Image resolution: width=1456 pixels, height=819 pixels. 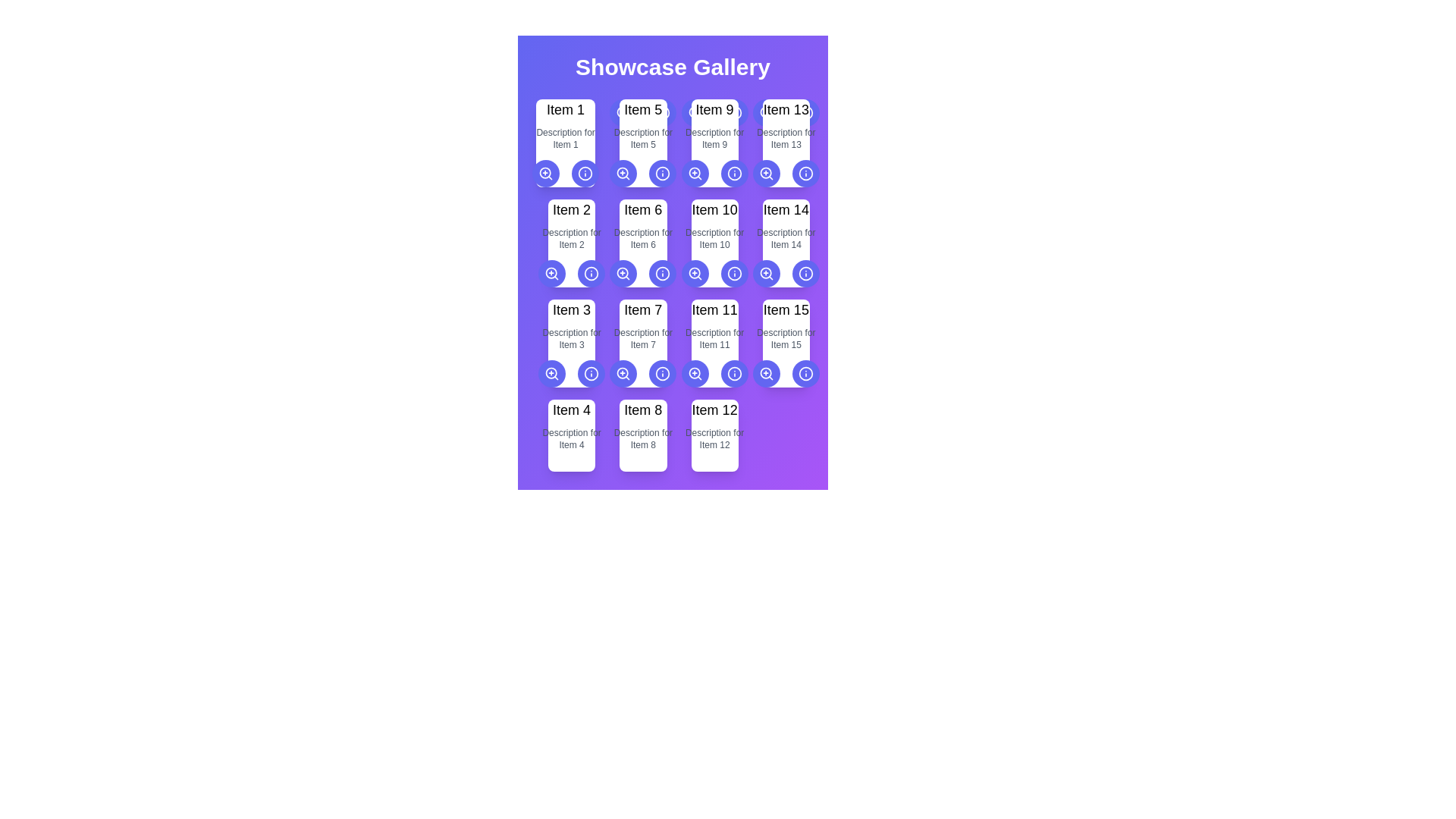 I want to click on the static text display element titled 'Item 3' with the description 'Description for Item 3', which is located in the third row, first column of a 4x4 grid layout, so click(x=571, y=343).